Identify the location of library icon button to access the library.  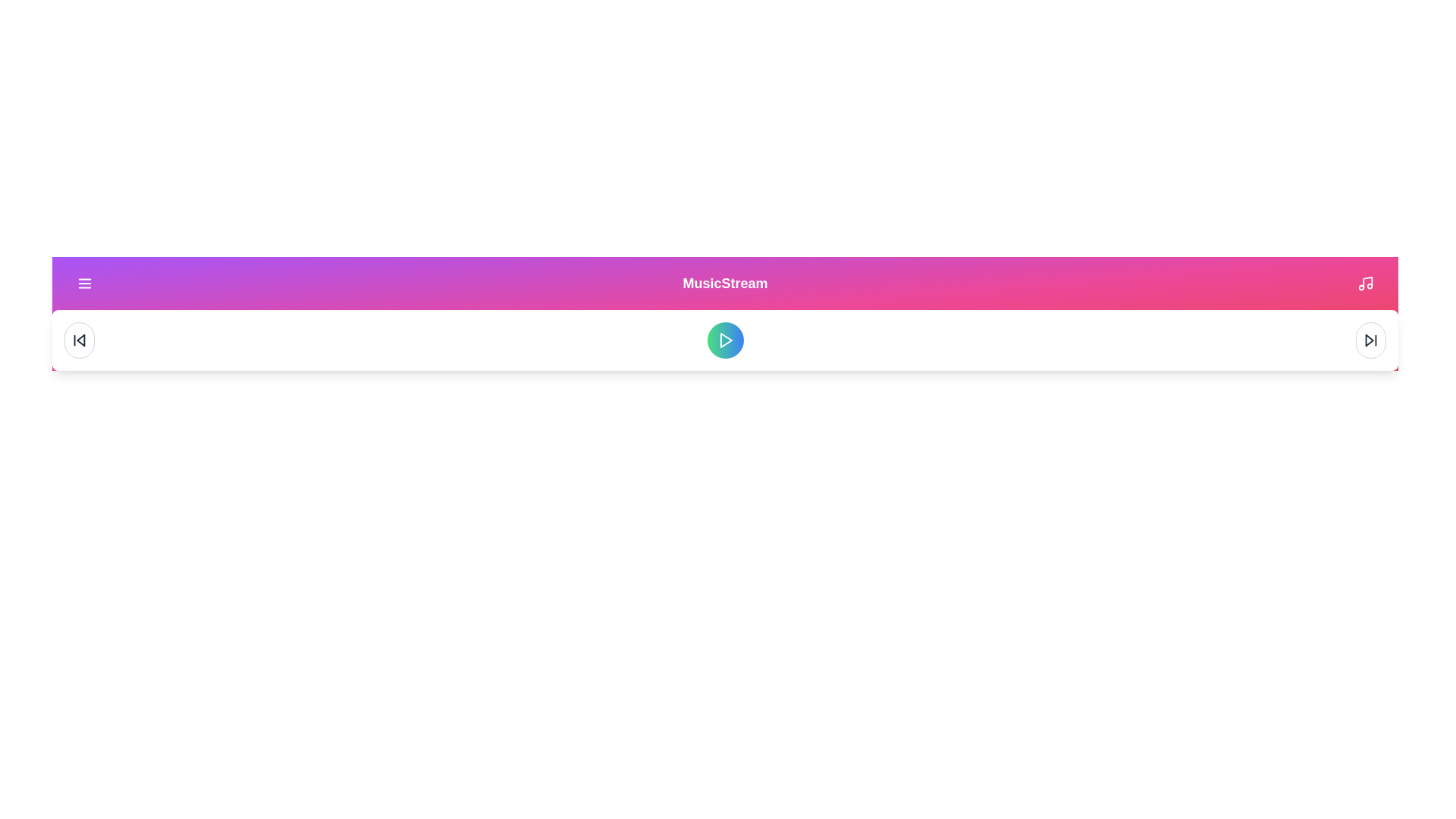
(1365, 284).